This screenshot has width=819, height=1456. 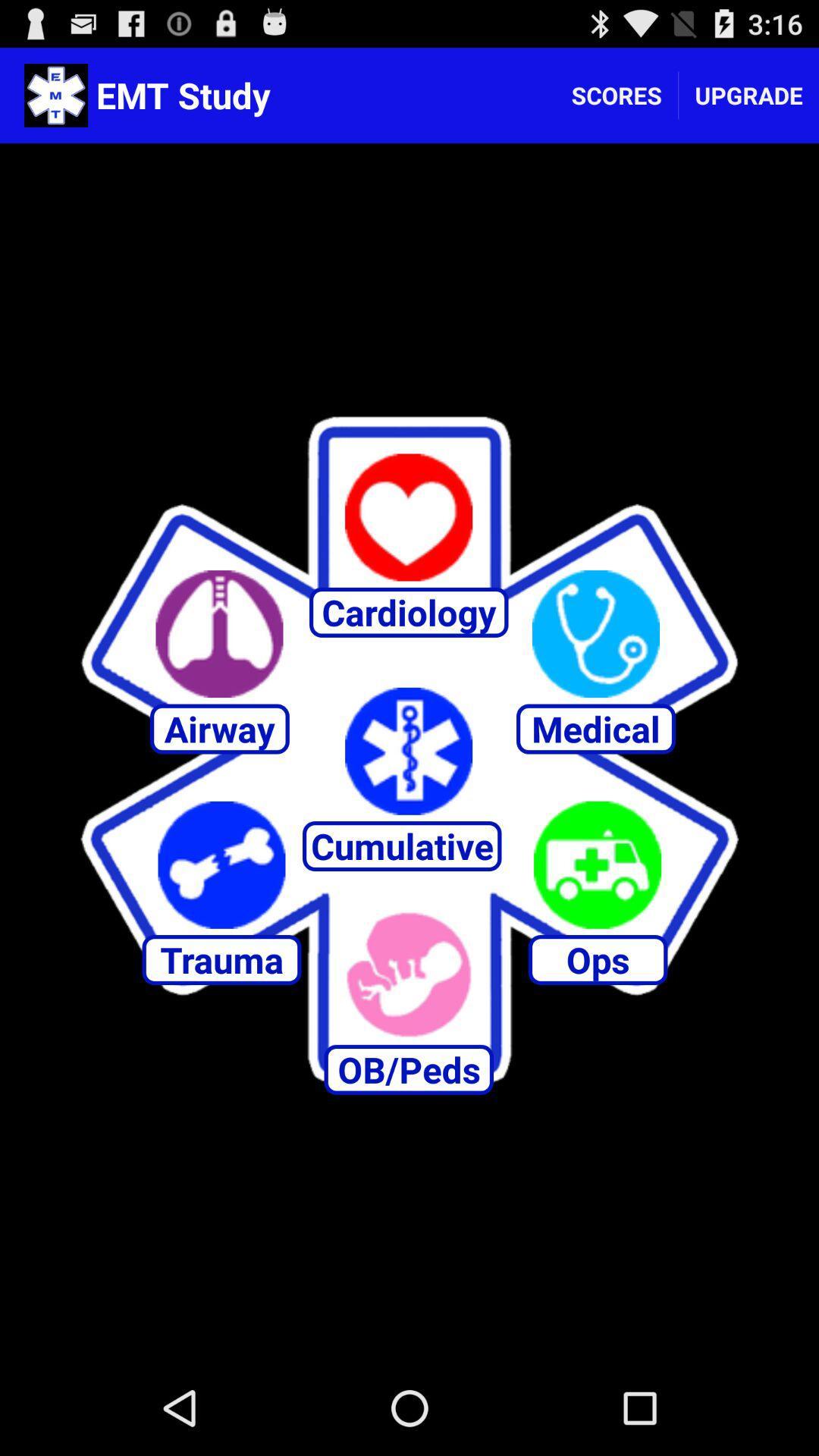 I want to click on trauma option, so click(x=221, y=864).